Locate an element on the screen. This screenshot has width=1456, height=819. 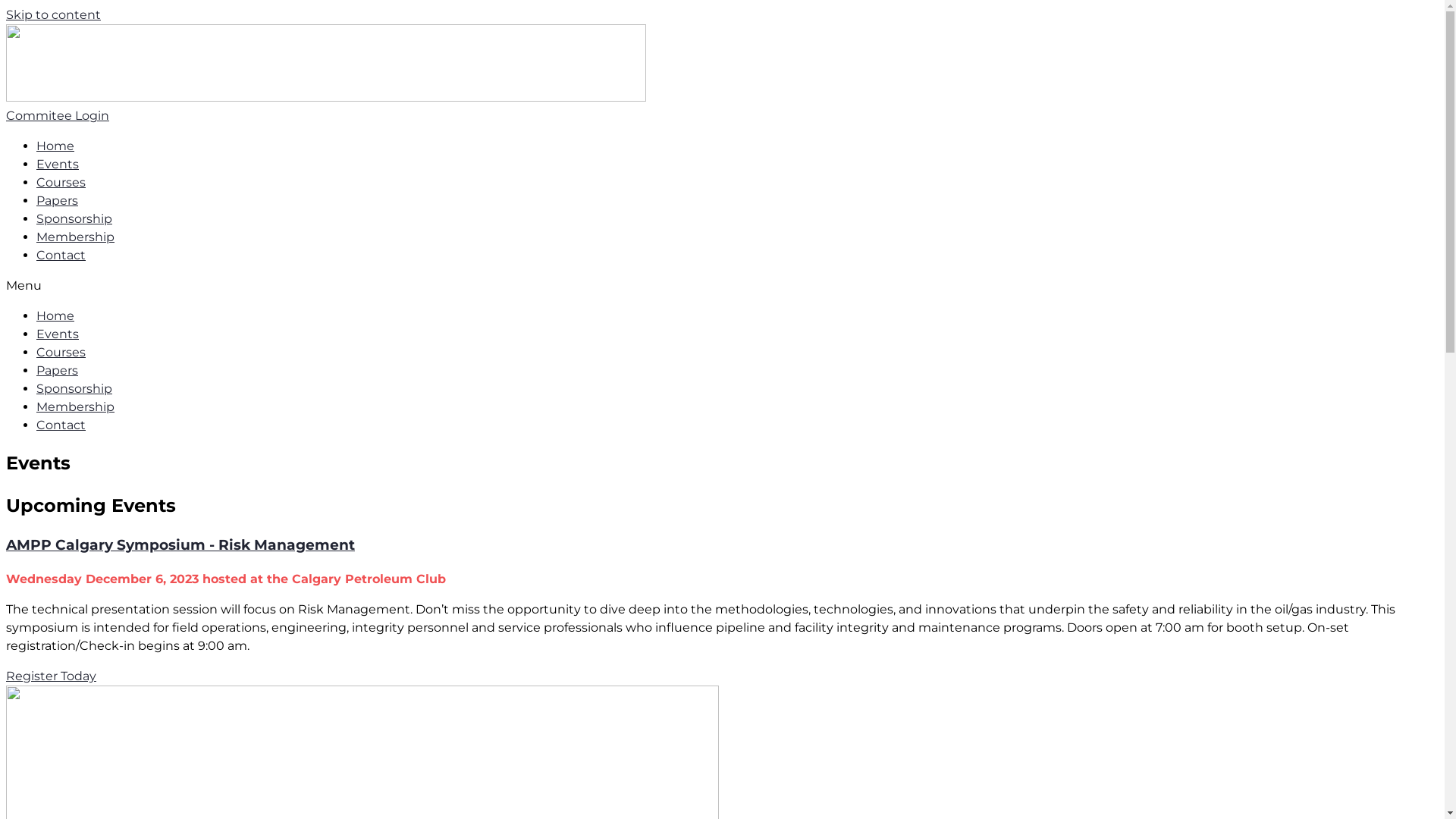
'Papers' is located at coordinates (57, 199).